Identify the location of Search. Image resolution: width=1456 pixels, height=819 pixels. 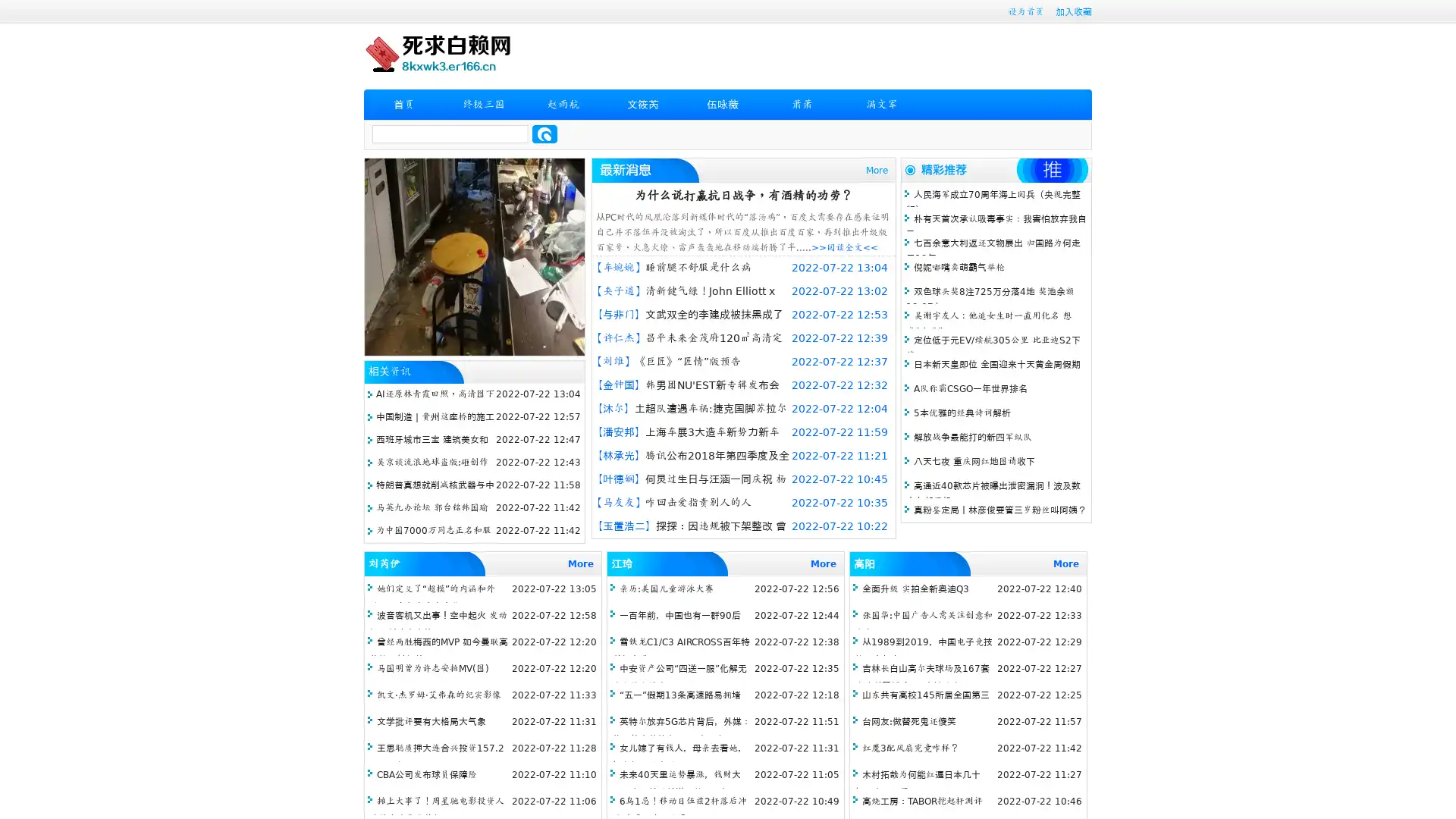
(544, 133).